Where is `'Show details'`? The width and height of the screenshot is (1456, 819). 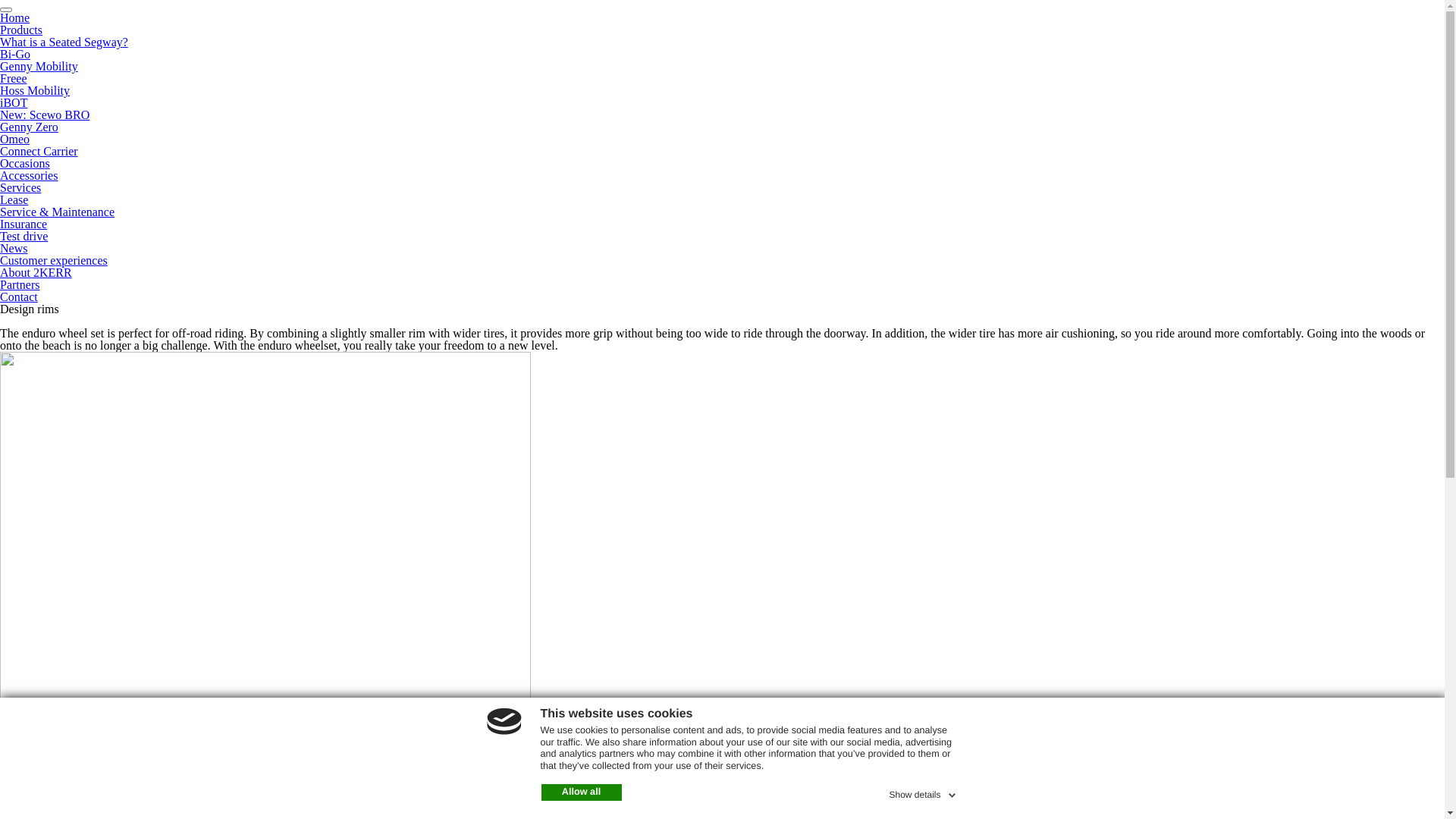
'Show details' is located at coordinates (923, 792).